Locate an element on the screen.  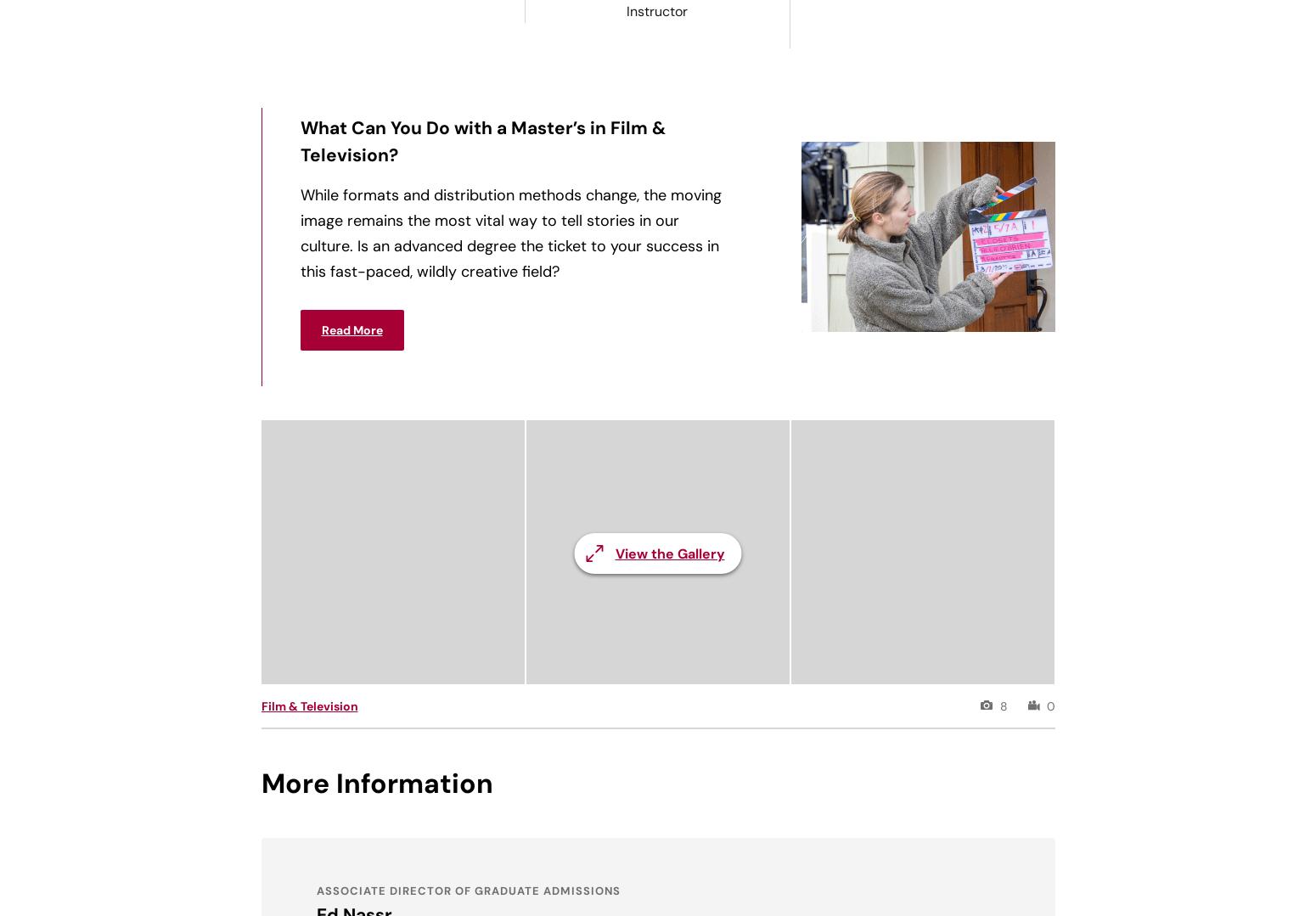
'View the Gallery' is located at coordinates (668, 553).